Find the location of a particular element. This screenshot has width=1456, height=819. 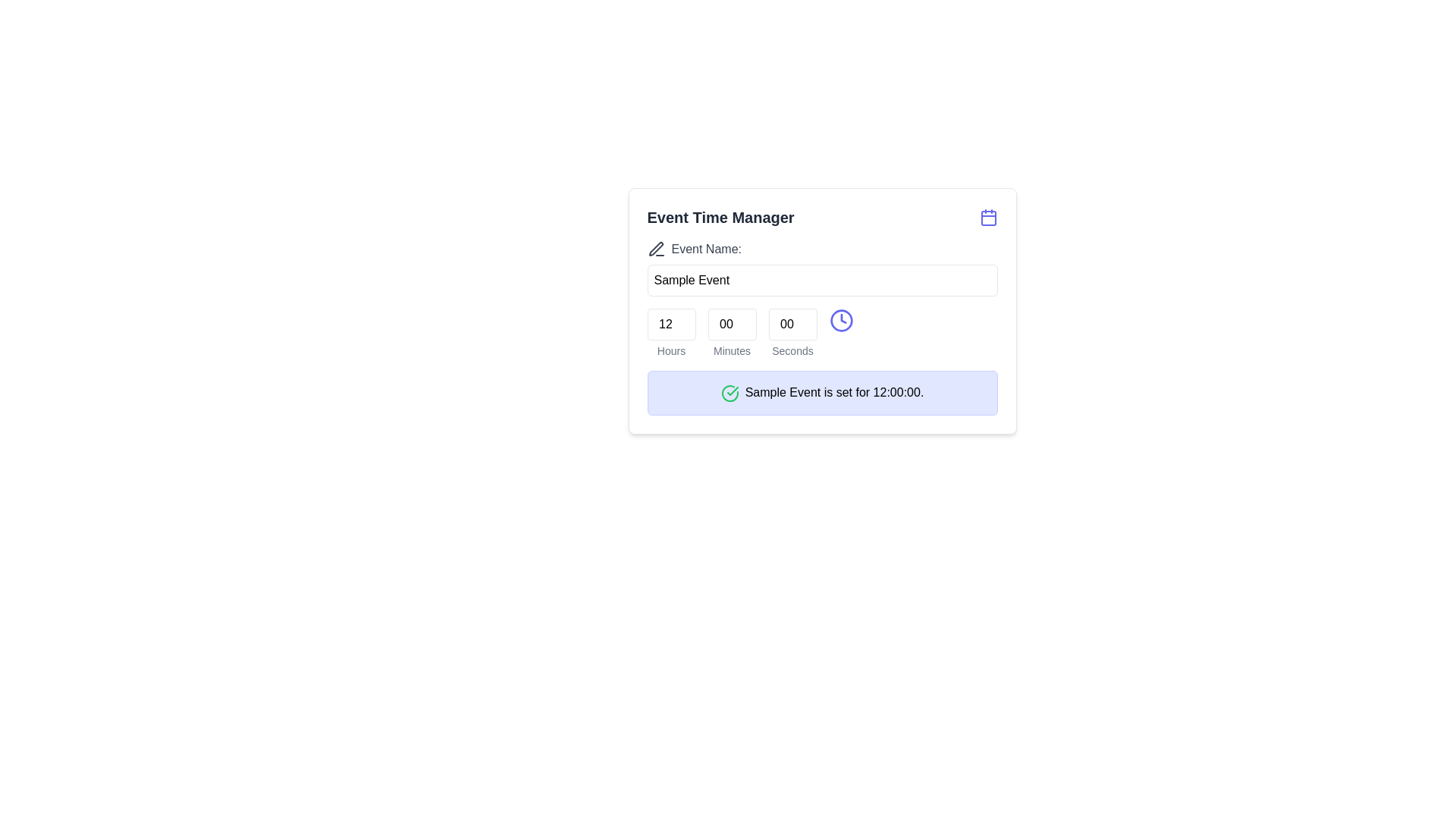

the pen icon located to the immediate left of the 'Event Name:' text in the header section is located at coordinates (656, 248).